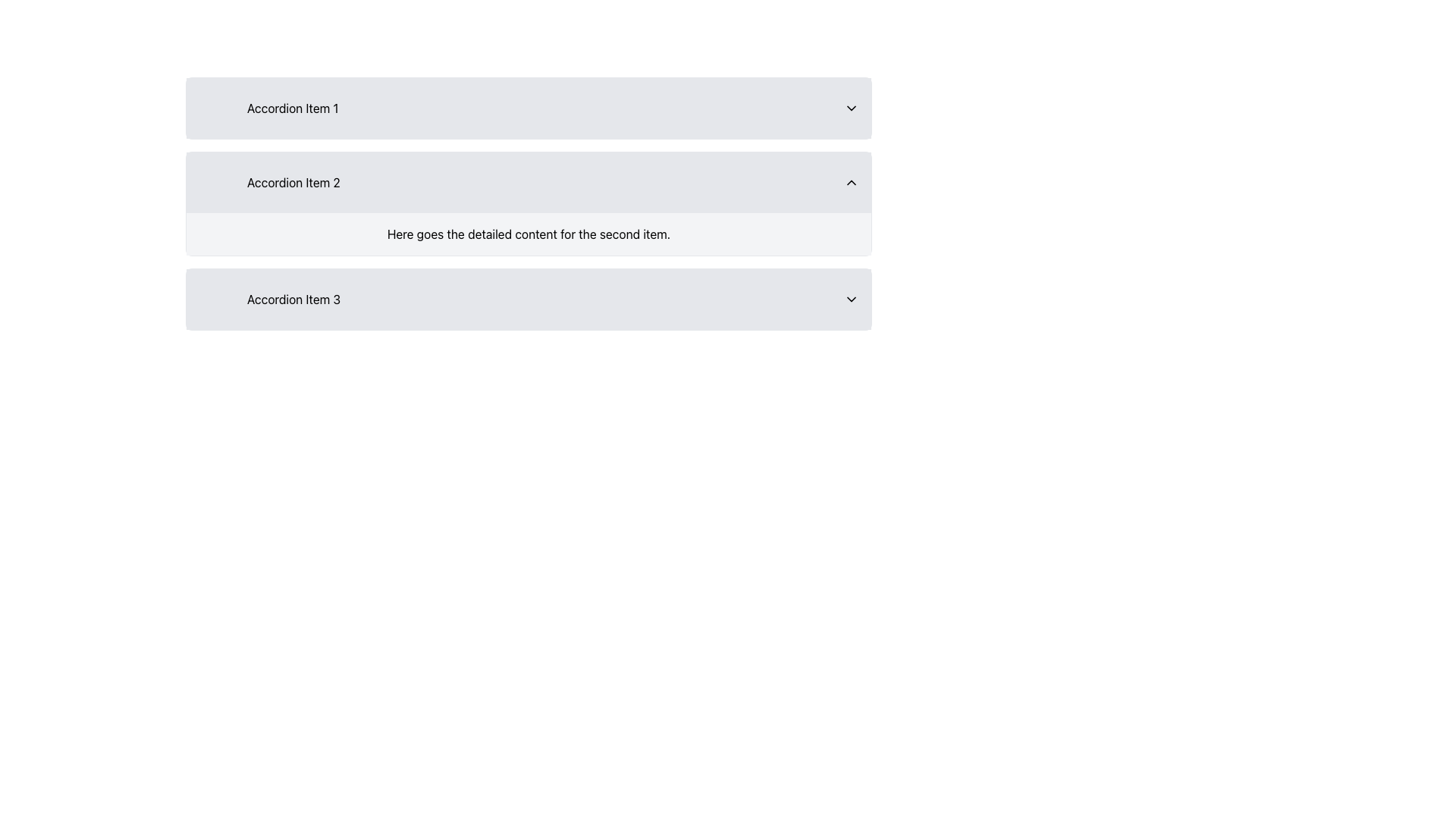  I want to click on the Accordion header labeled 'Accordion Item 3', so click(529, 299).